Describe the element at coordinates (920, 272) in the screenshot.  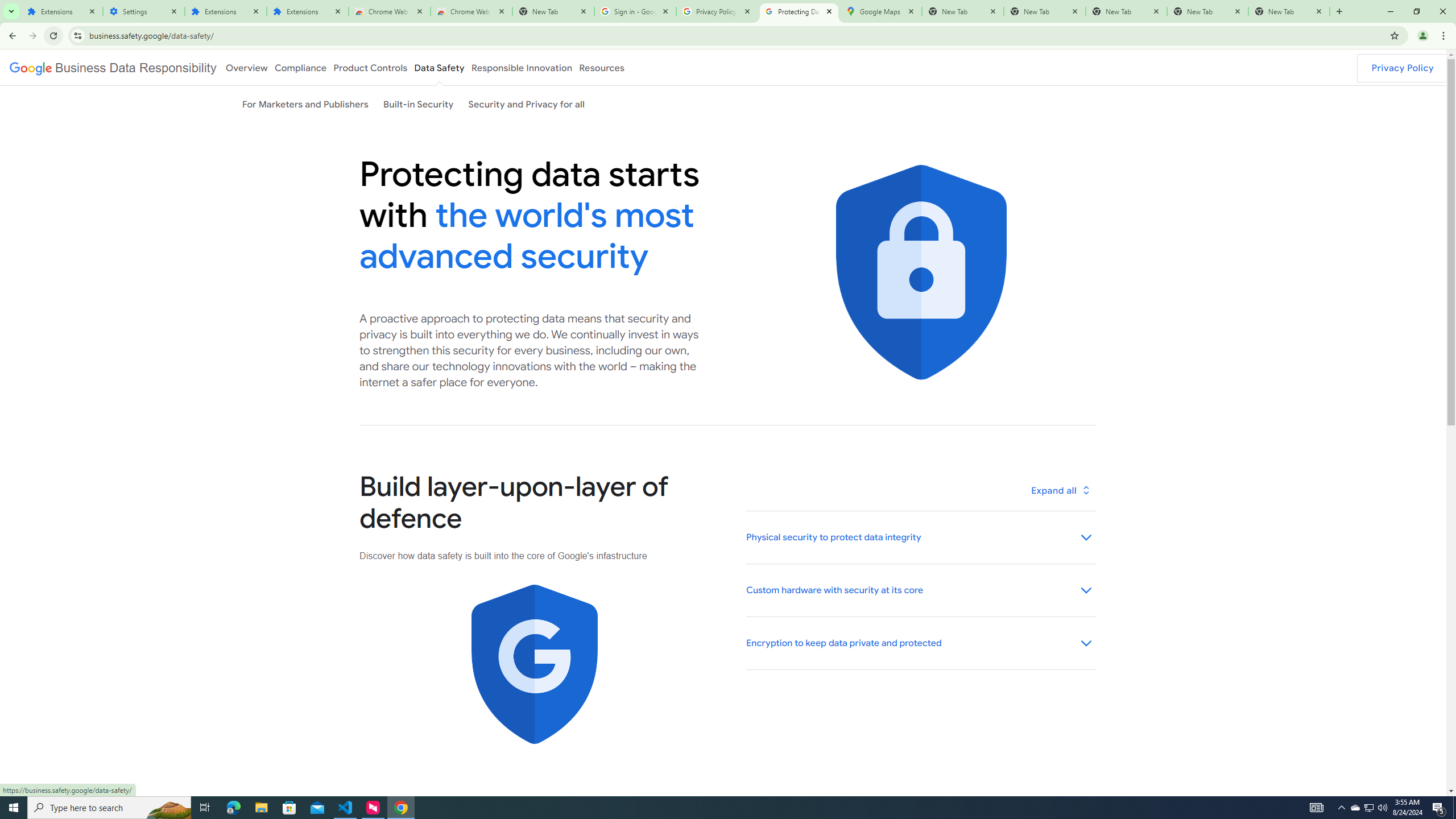
I see `'Blue shield with lock icon'` at that location.